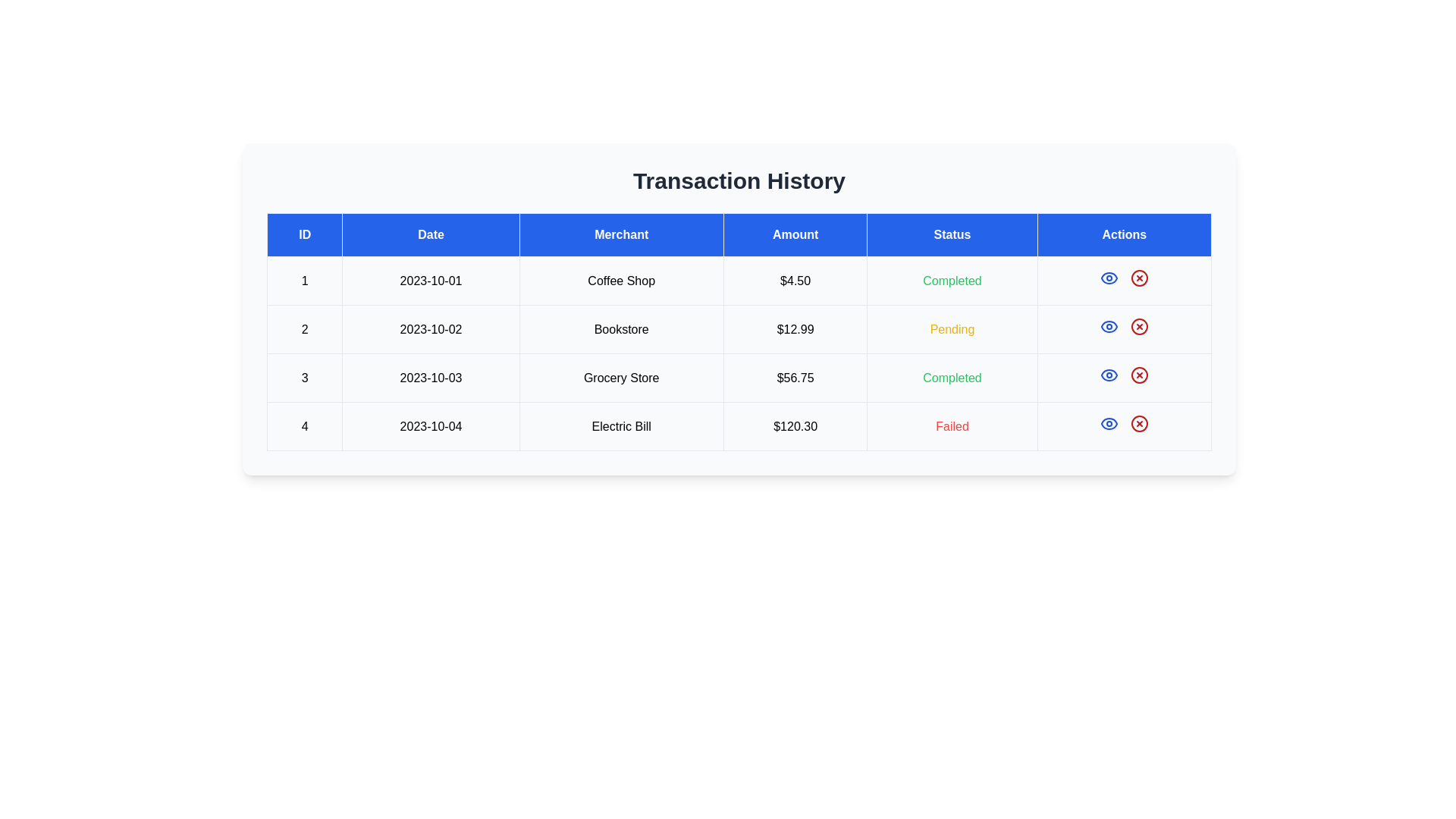  I want to click on the text of transaction entry 4, so click(739, 426).